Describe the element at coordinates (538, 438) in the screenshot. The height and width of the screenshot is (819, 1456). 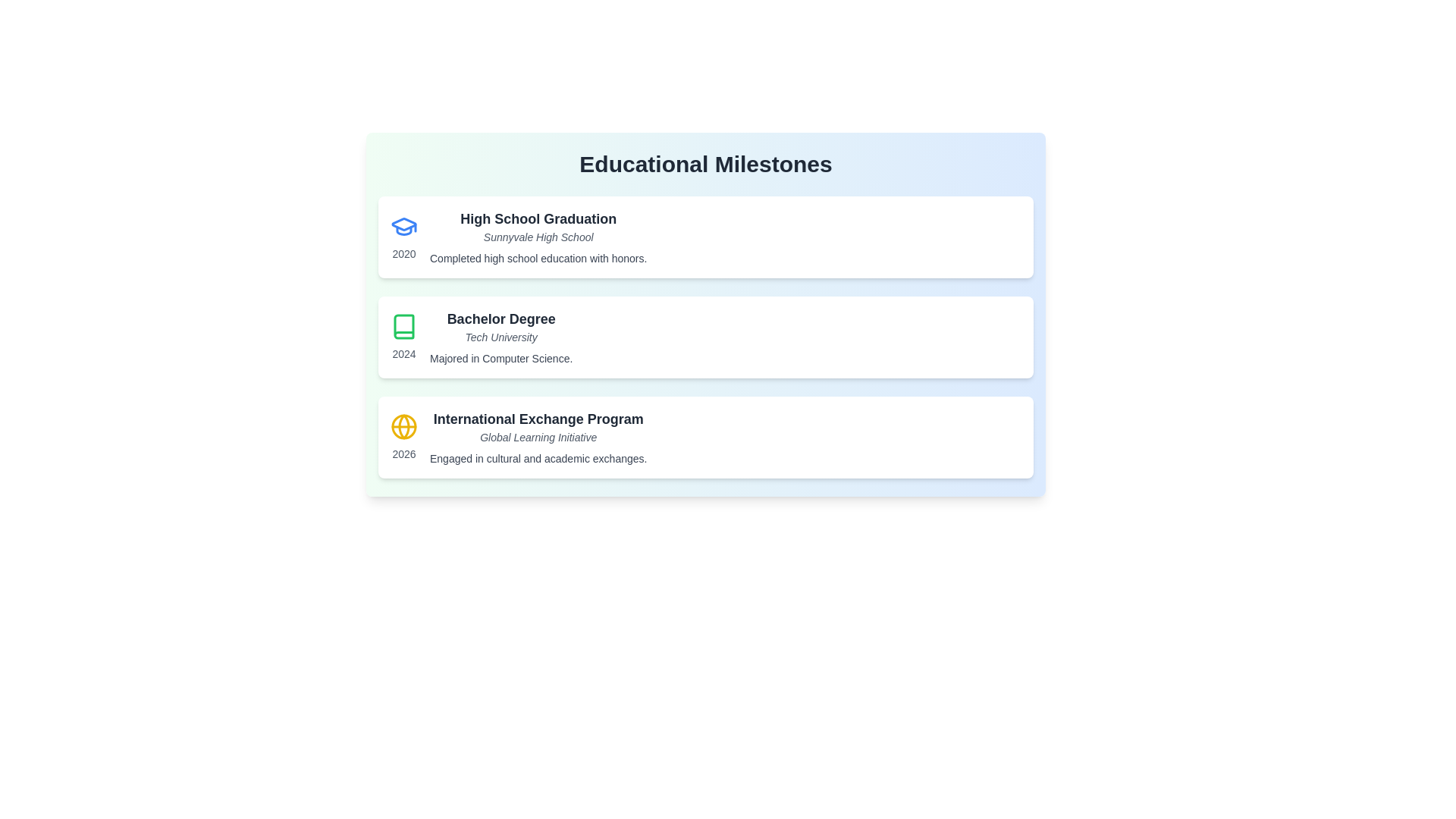
I see `text label styled in smaller gray italic font that reads 'Global Learning Initiative', positioned below the title 'International Exchange Program'` at that location.